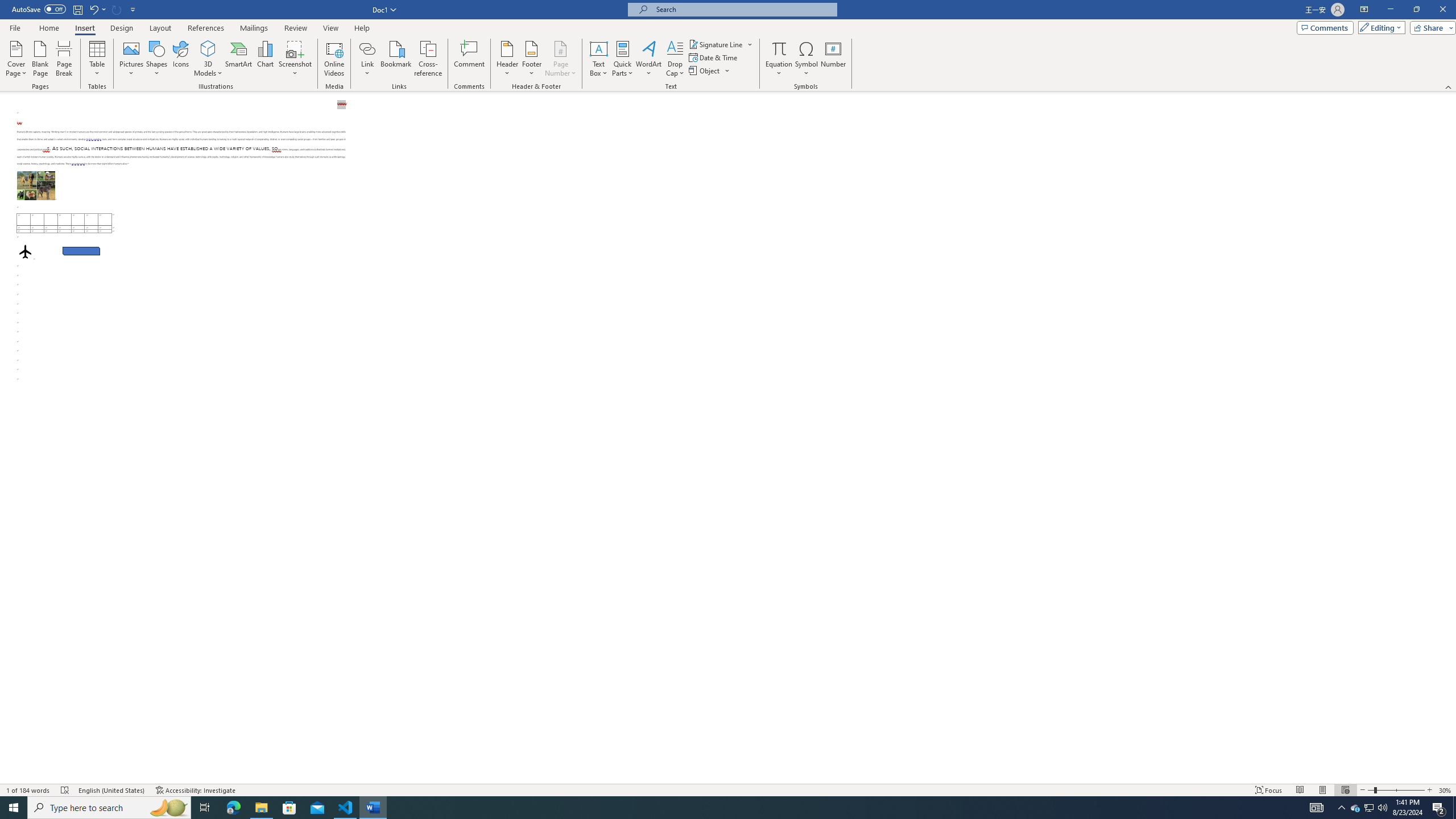 Image resolution: width=1456 pixels, height=819 pixels. Describe the element at coordinates (160, 28) in the screenshot. I see `'Layout'` at that location.